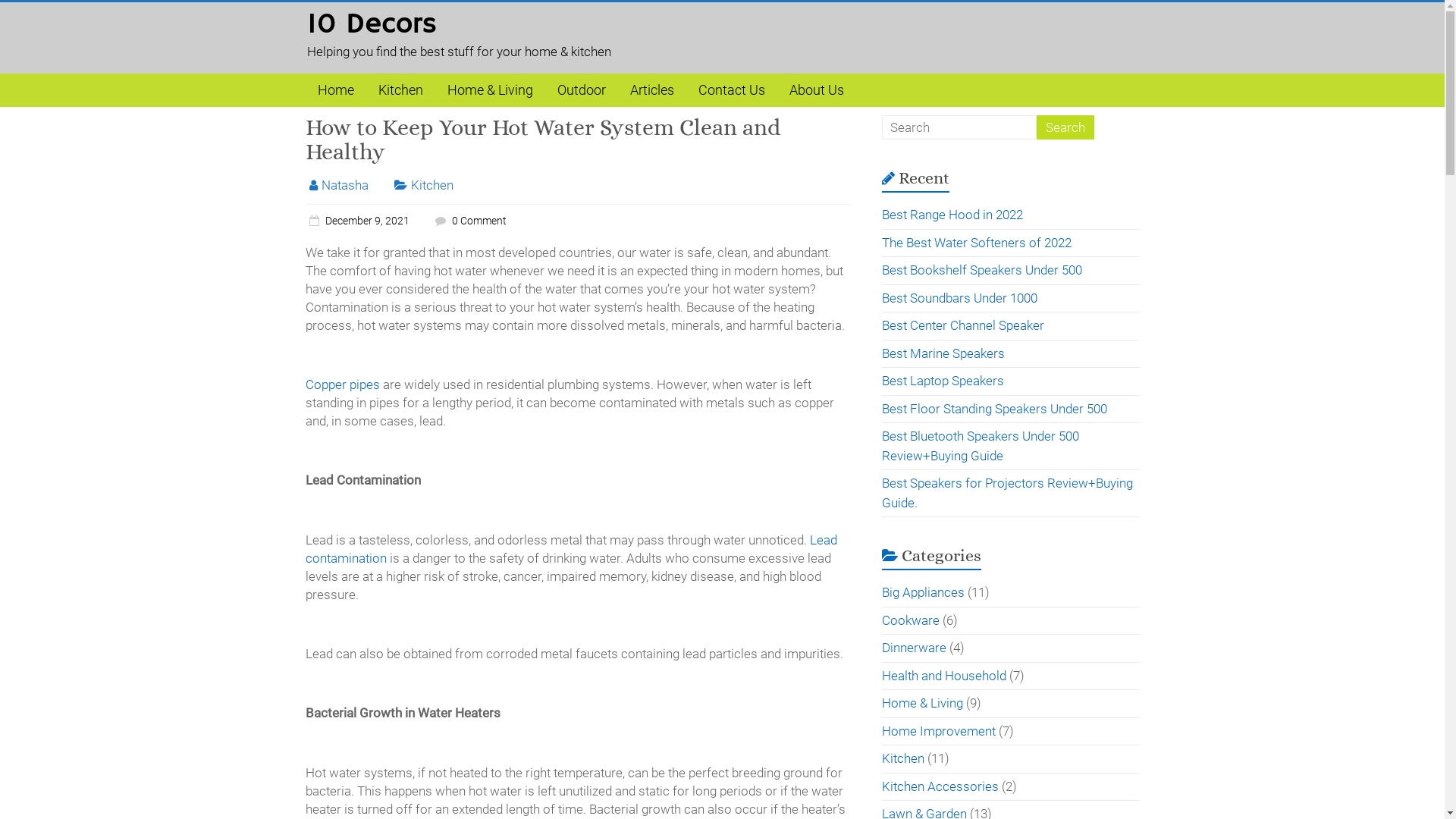  What do you see at coordinates (952, 214) in the screenshot?
I see `'Best Range Hood in 2022'` at bounding box center [952, 214].